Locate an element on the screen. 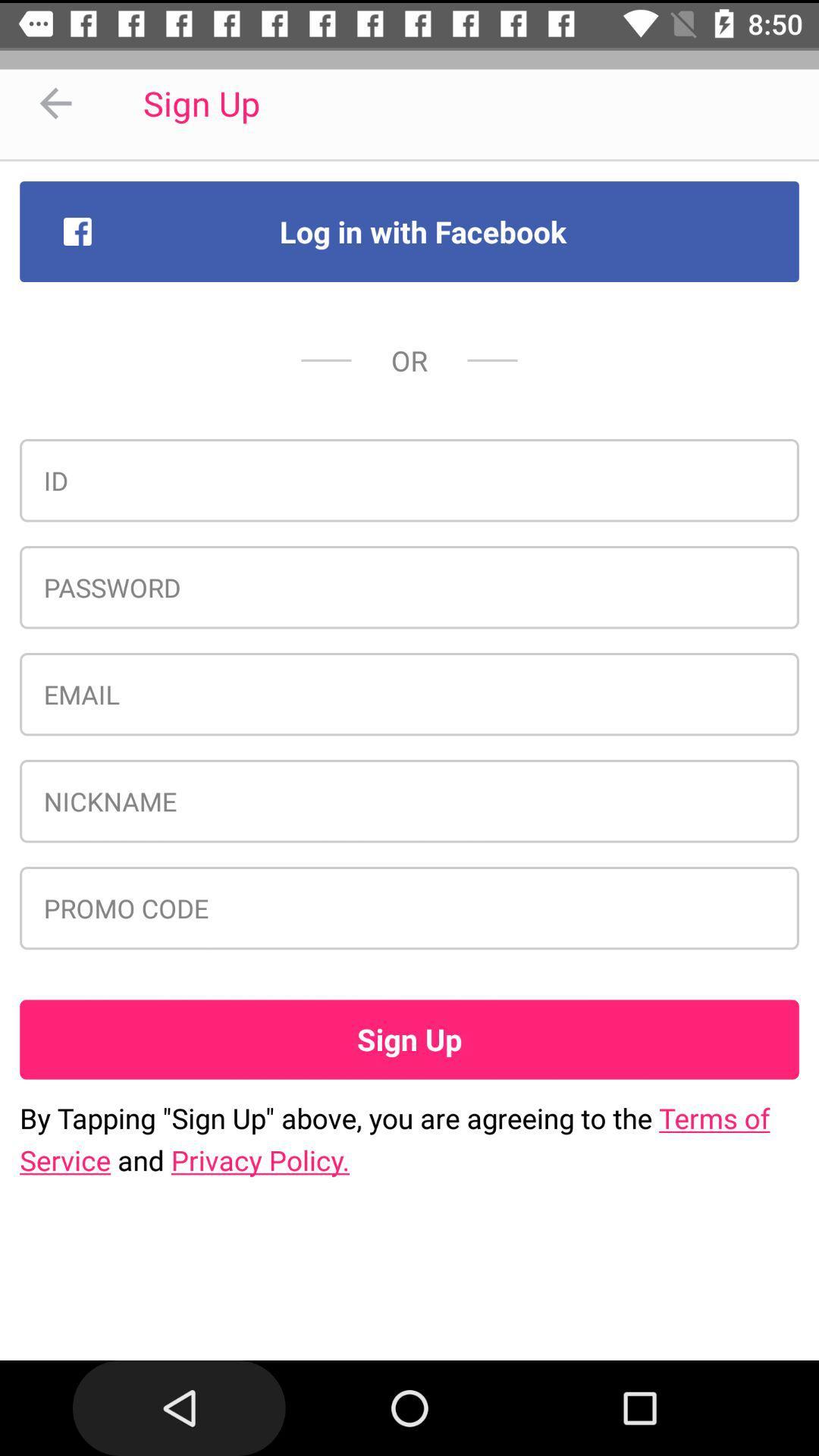 Image resolution: width=819 pixels, height=1456 pixels. icon above or icon is located at coordinates (409, 231).